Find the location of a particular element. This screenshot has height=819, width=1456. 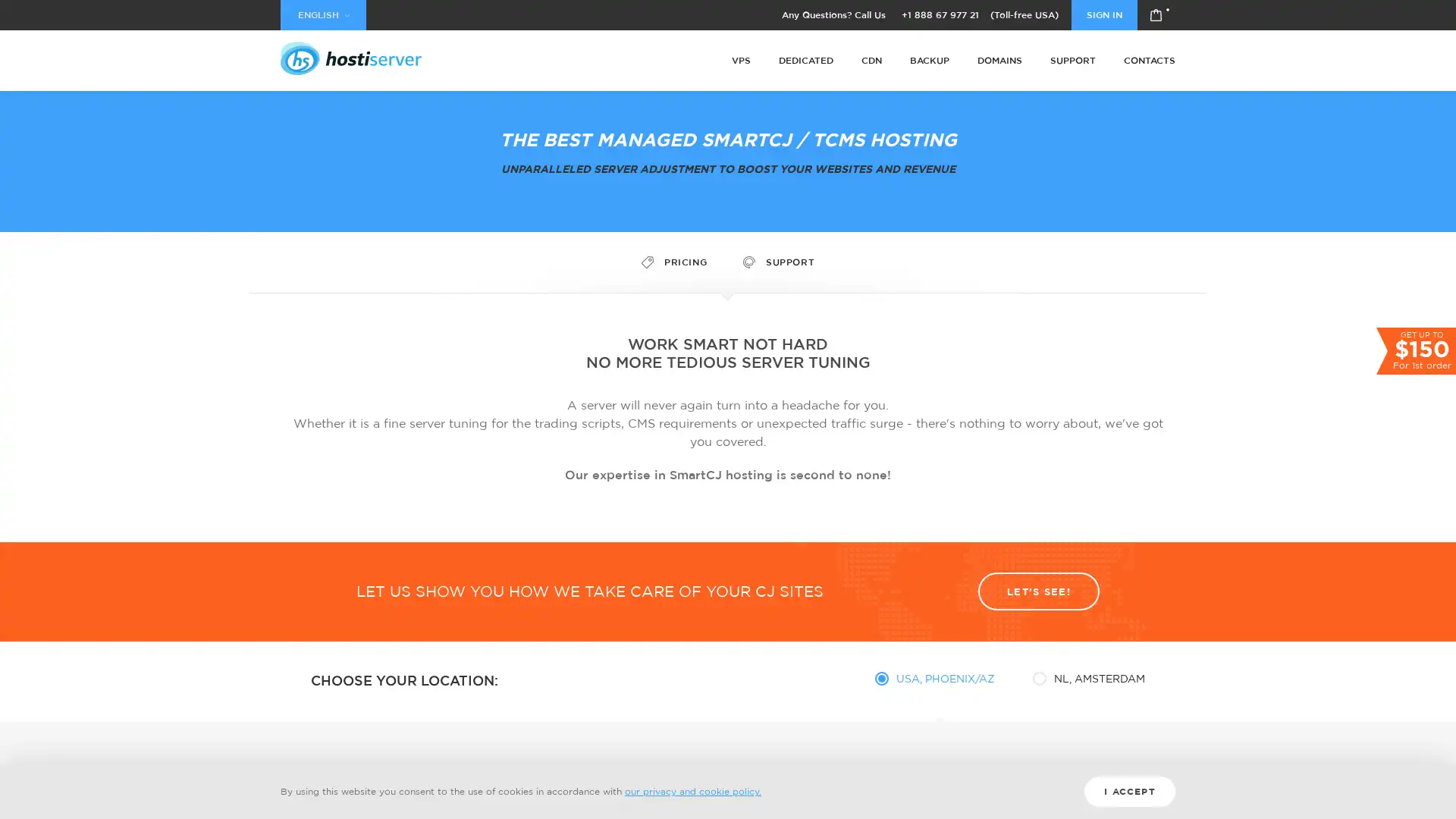

I ACCEPT is located at coordinates (1129, 791).